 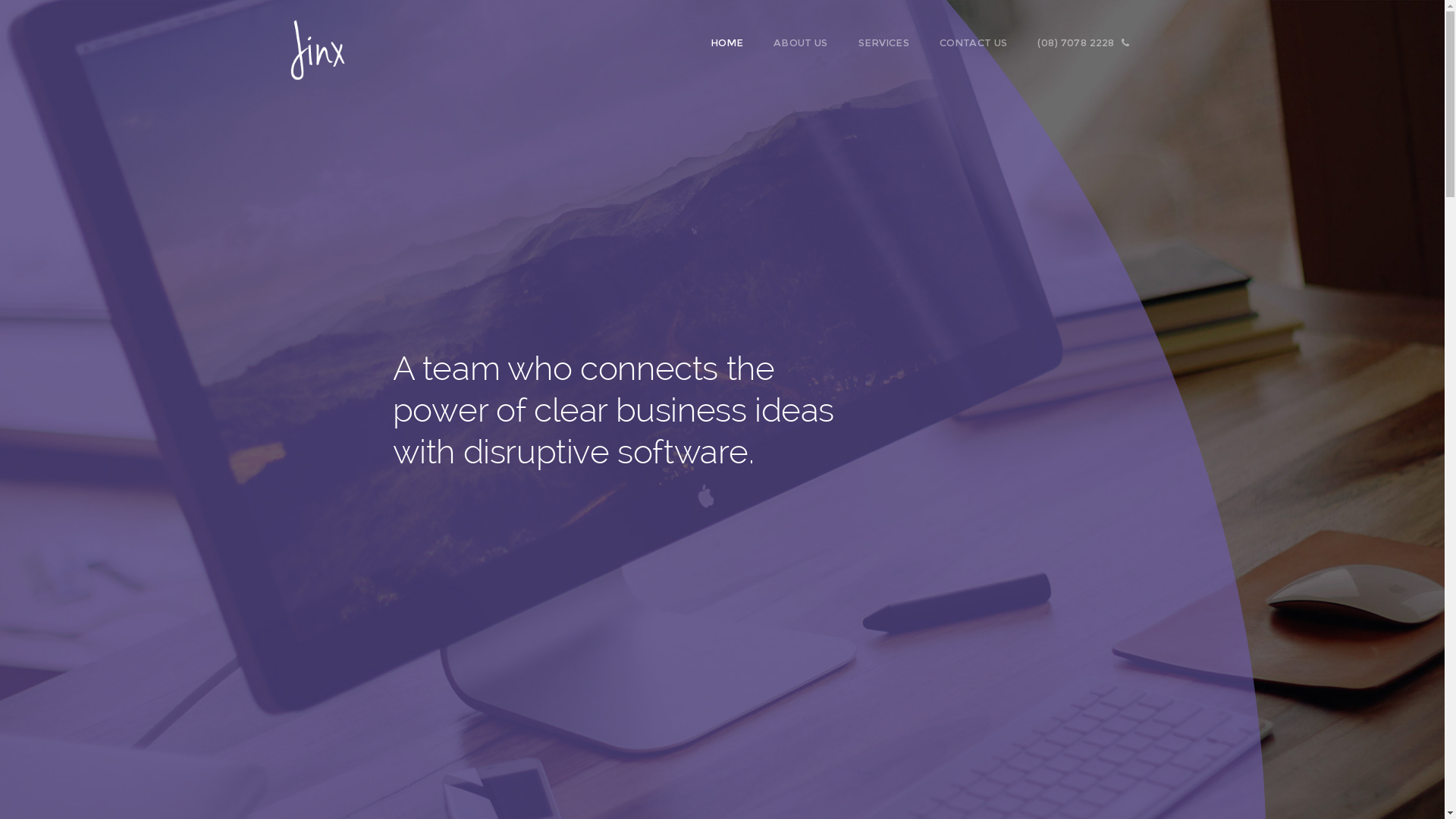 I want to click on '(08) 7078 2228', so click(x=1090, y=42).